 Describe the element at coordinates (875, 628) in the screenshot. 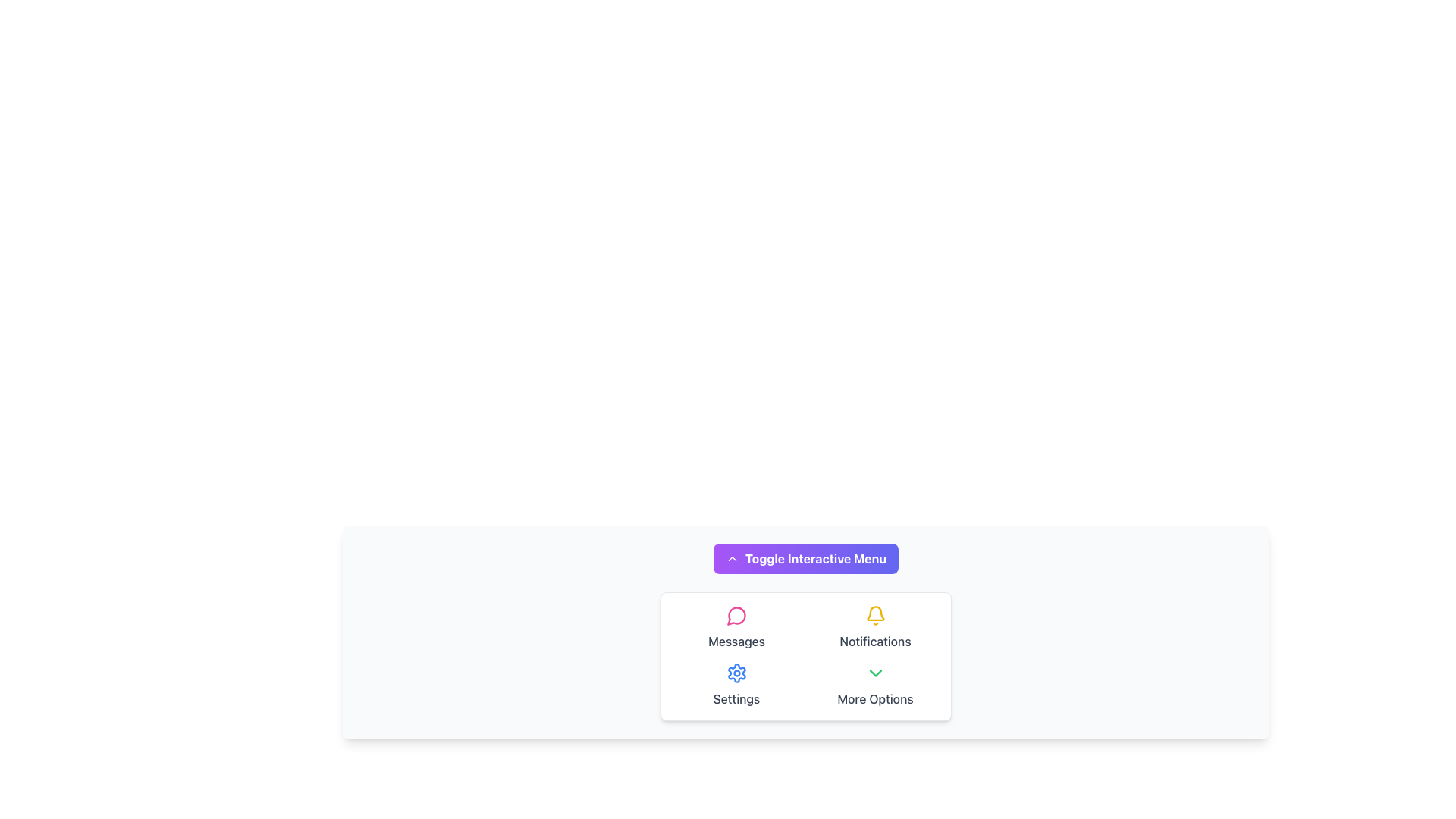

I see `the yellow bell icon labeled 'Notifications'` at that location.